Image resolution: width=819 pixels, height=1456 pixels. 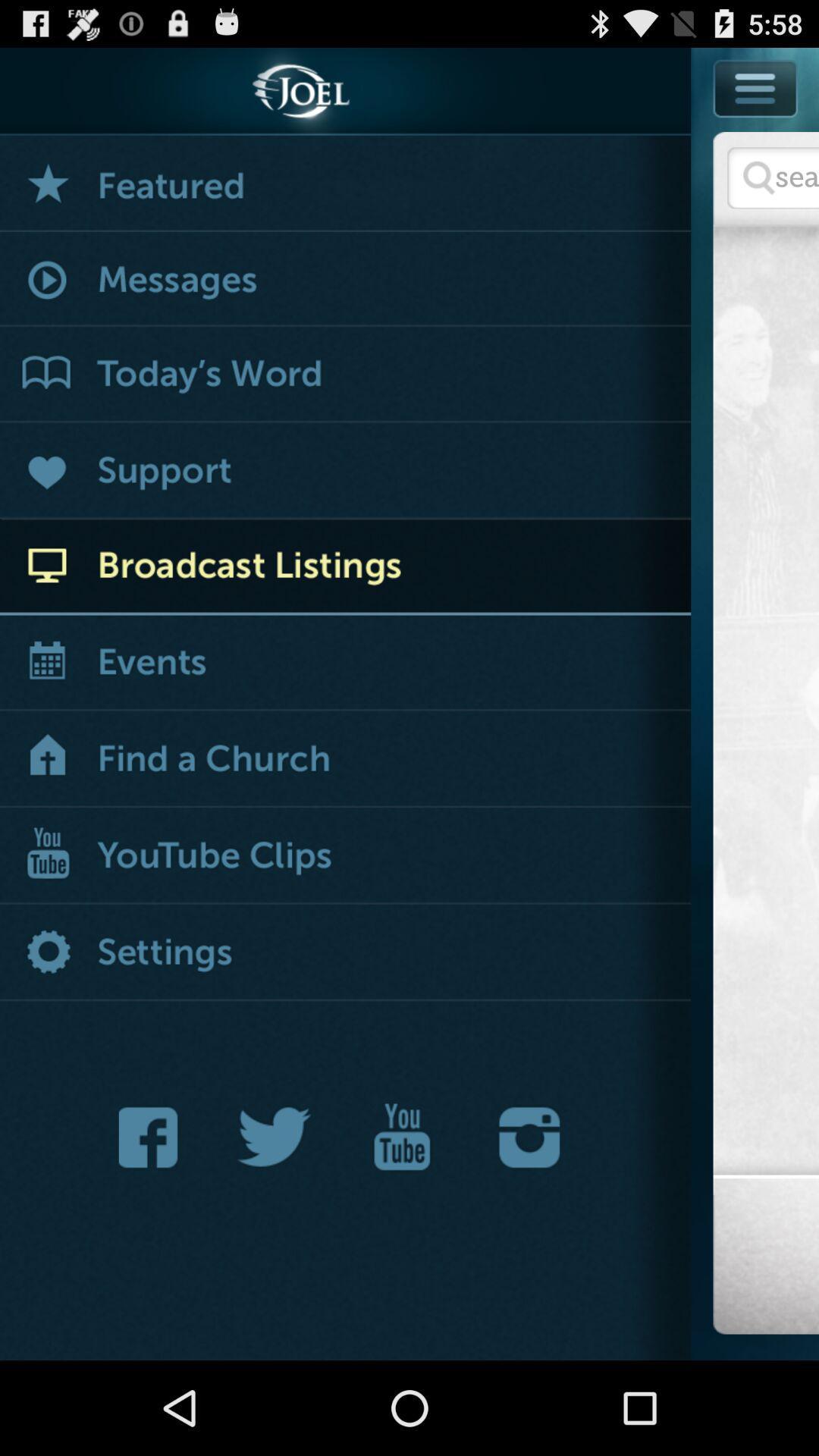 What do you see at coordinates (755, 122) in the screenshot?
I see `open option menu` at bounding box center [755, 122].